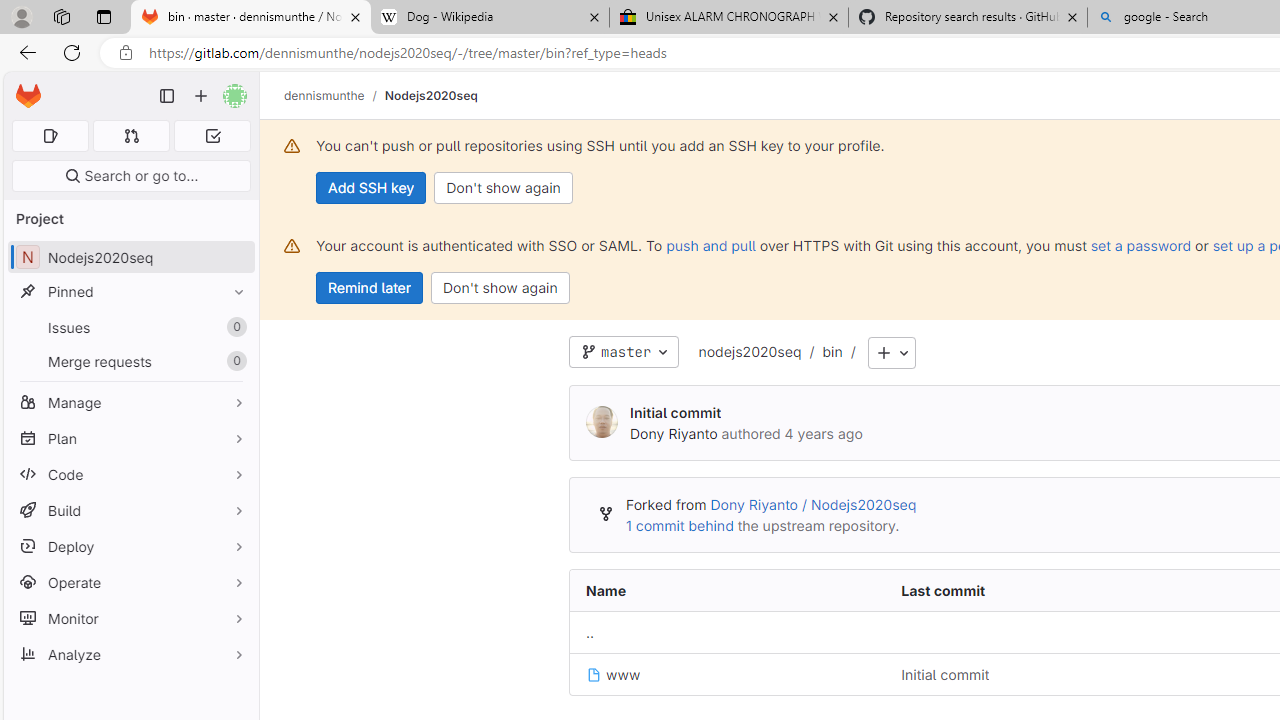  Describe the element at coordinates (130, 256) in the screenshot. I see `'N Nodejs2020seq'` at that location.